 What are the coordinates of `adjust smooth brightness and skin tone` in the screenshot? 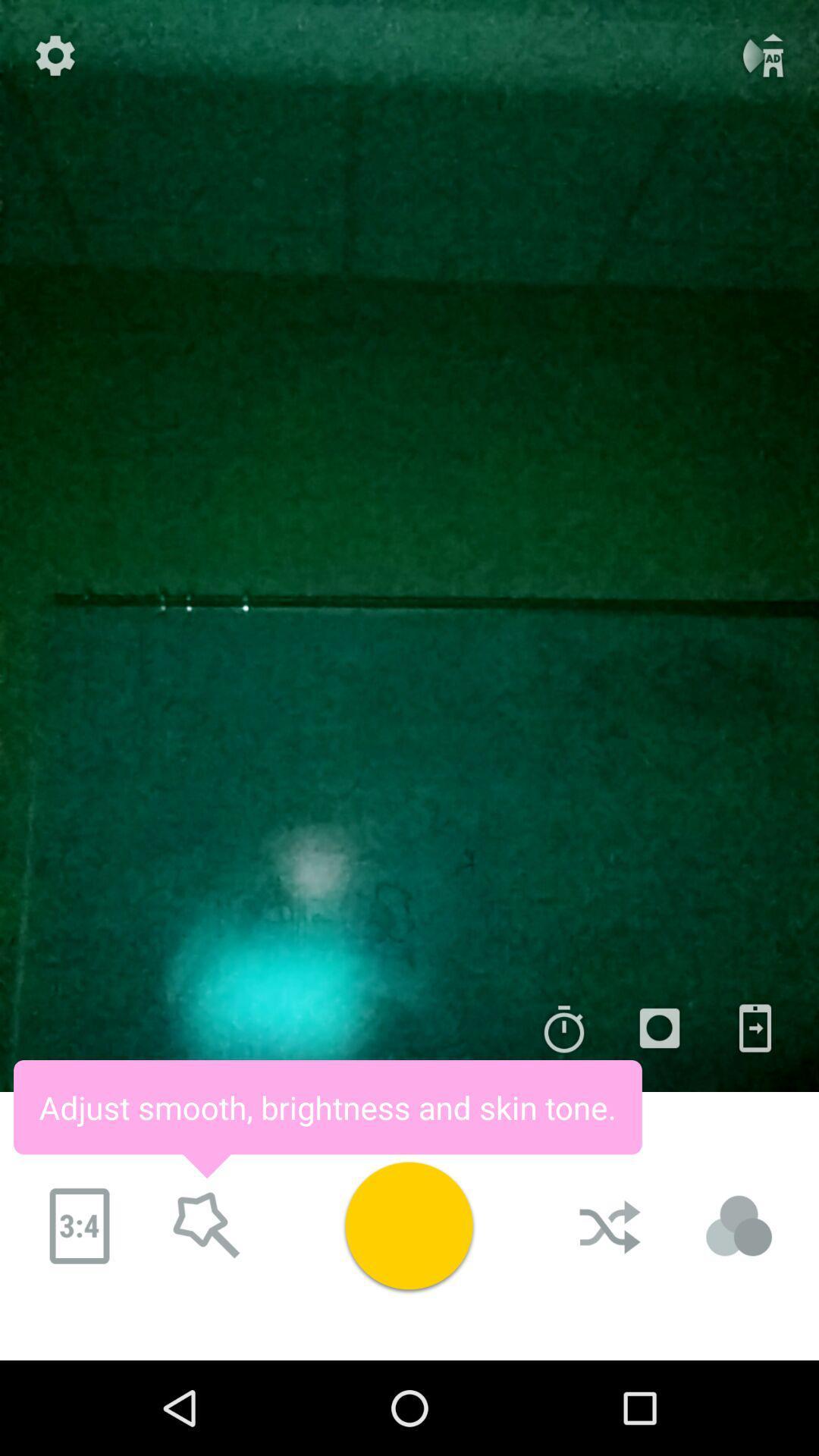 It's located at (207, 1226).